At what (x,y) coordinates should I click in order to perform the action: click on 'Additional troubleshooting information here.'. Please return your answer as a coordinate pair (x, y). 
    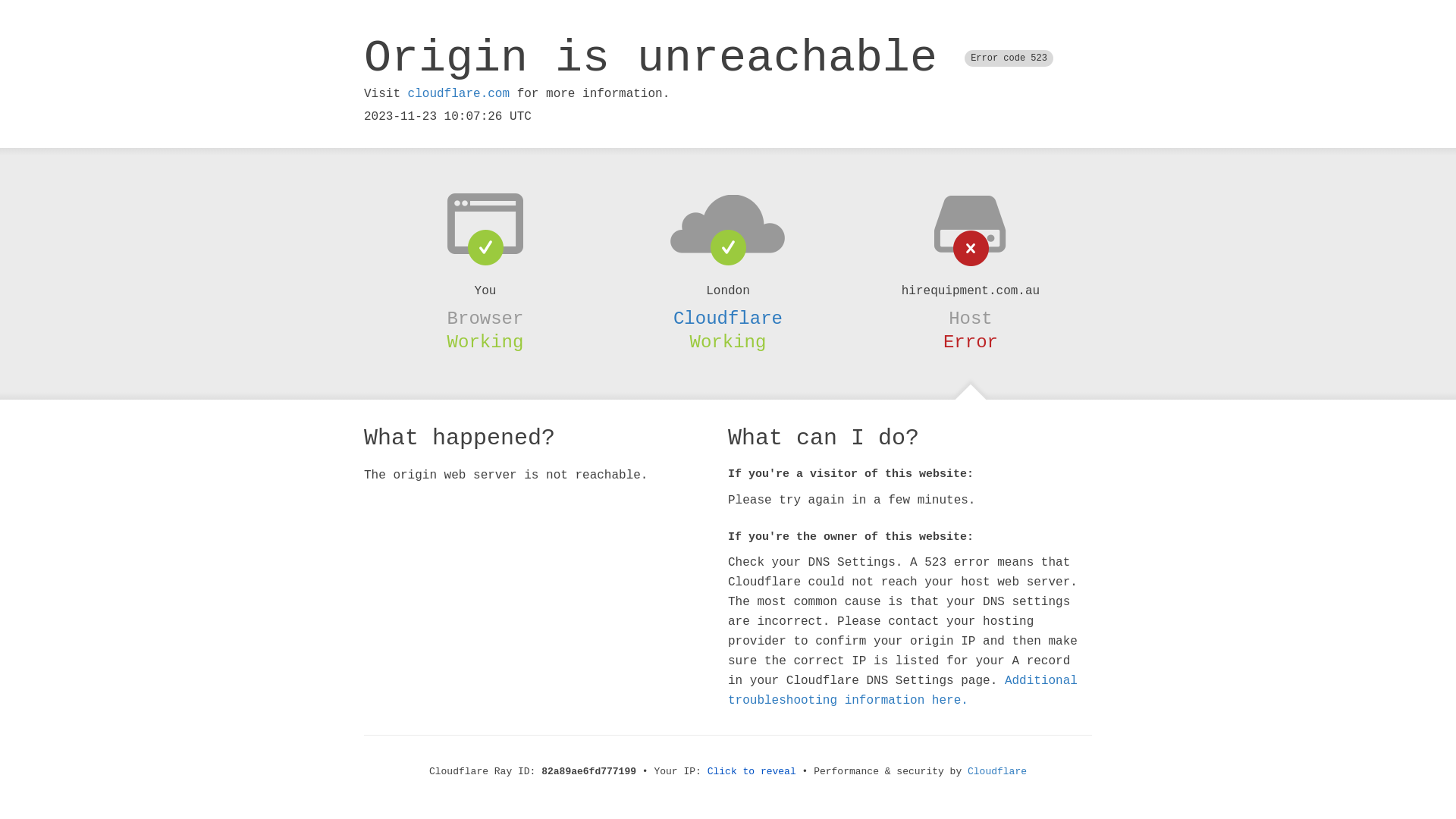
    Looking at the image, I should click on (902, 690).